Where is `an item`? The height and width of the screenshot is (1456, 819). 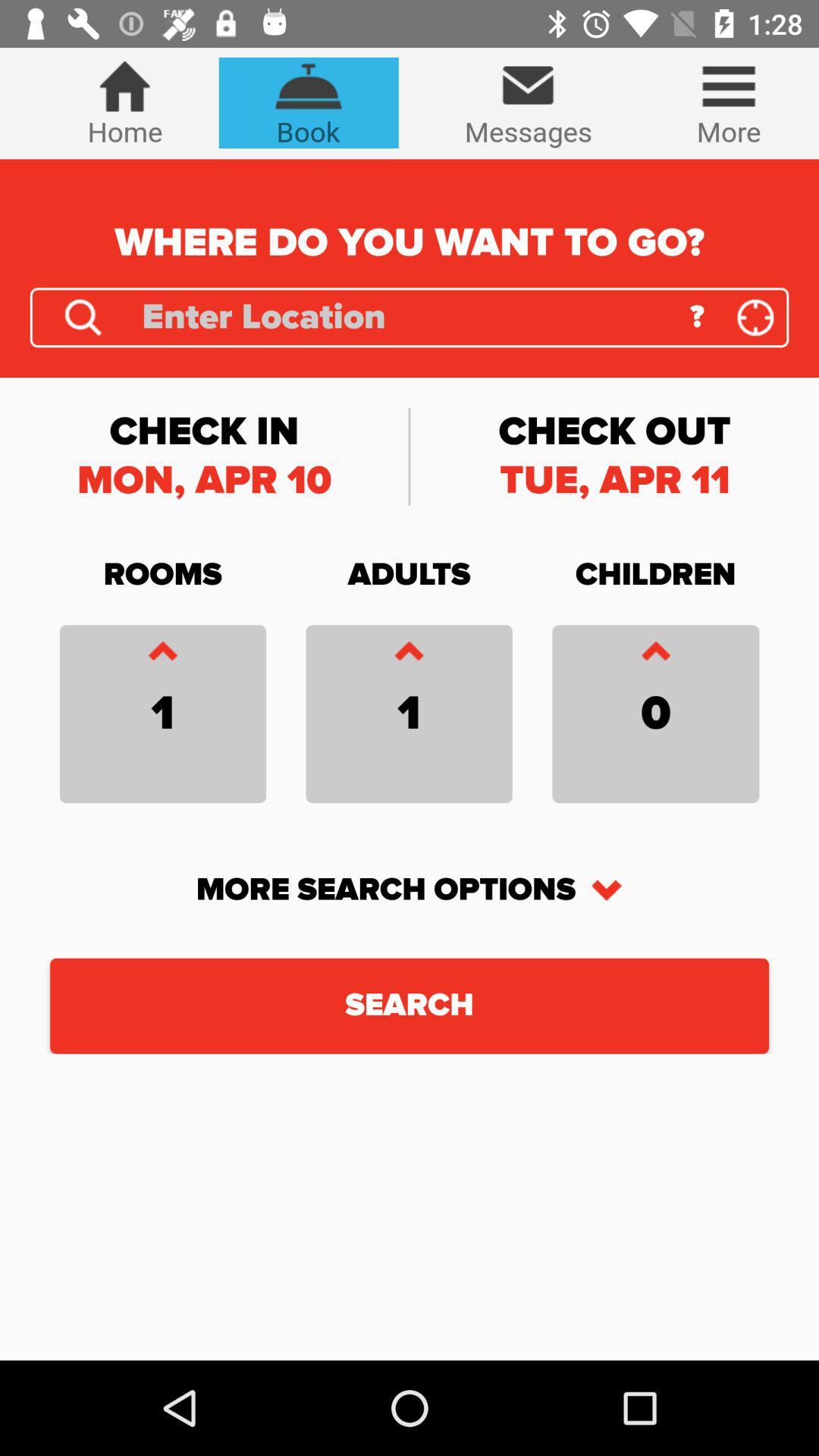 an item is located at coordinates (654, 654).